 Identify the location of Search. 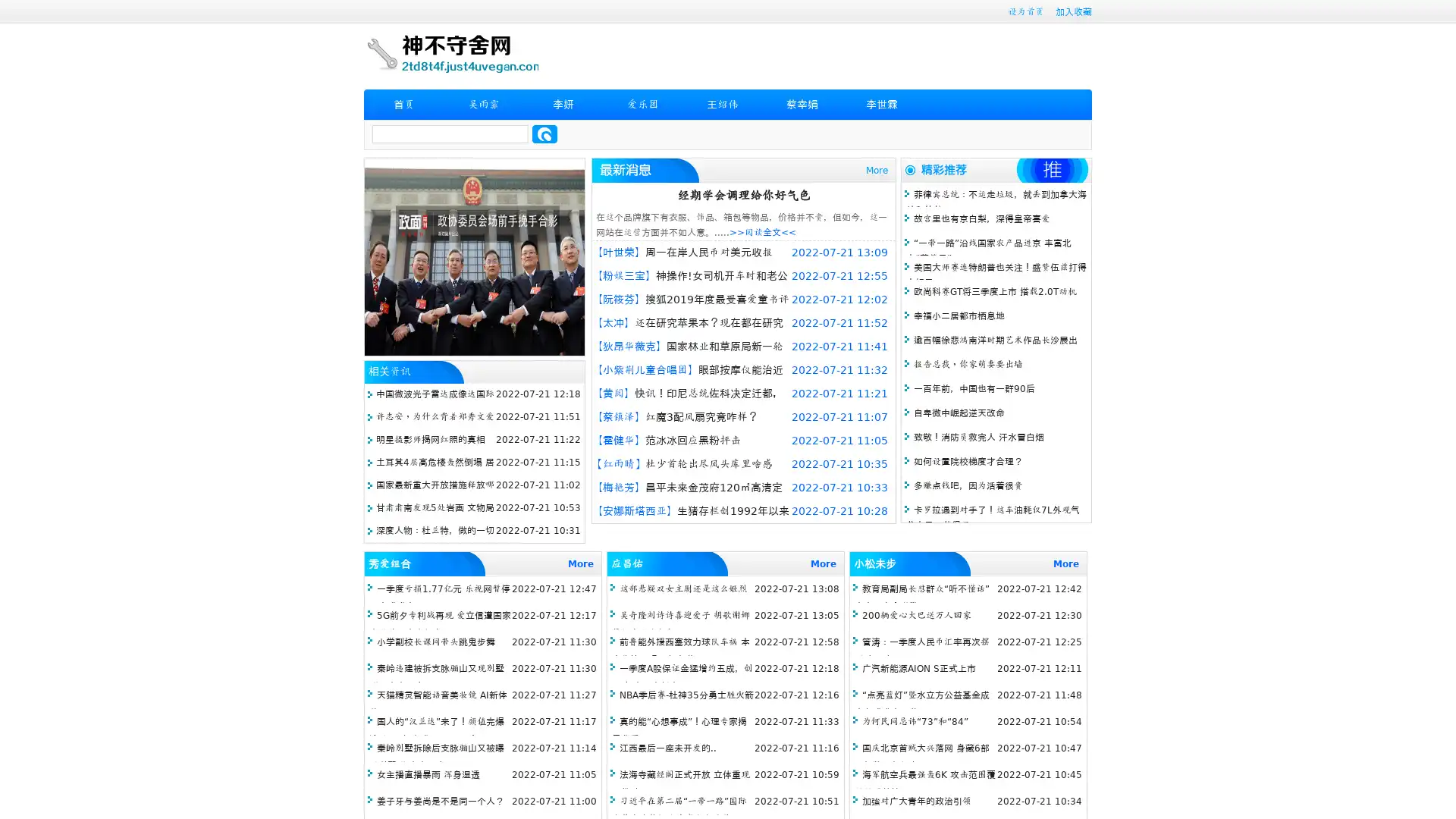
(544, 133).